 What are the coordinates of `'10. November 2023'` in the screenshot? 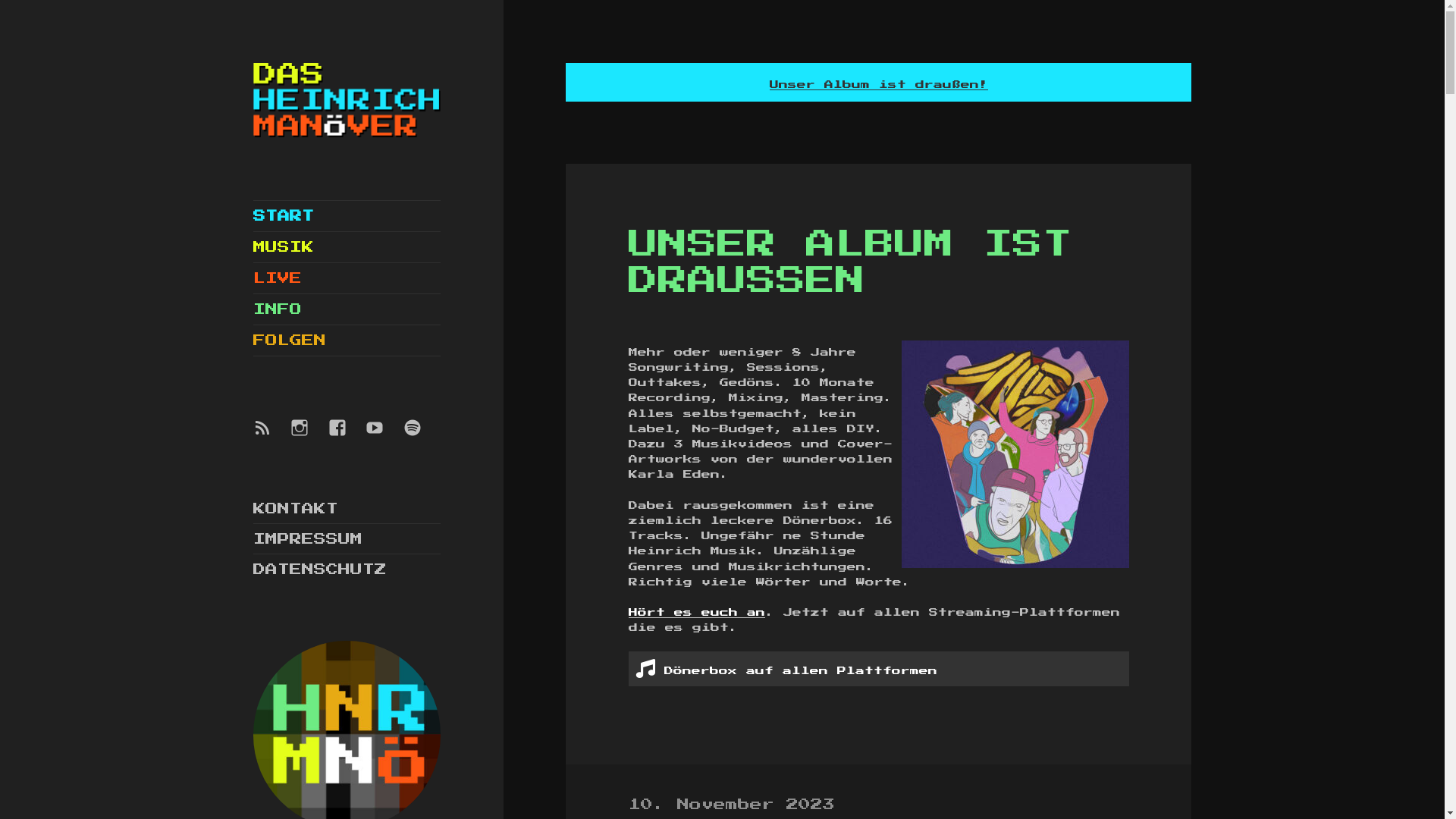 It's located at (731, 805).